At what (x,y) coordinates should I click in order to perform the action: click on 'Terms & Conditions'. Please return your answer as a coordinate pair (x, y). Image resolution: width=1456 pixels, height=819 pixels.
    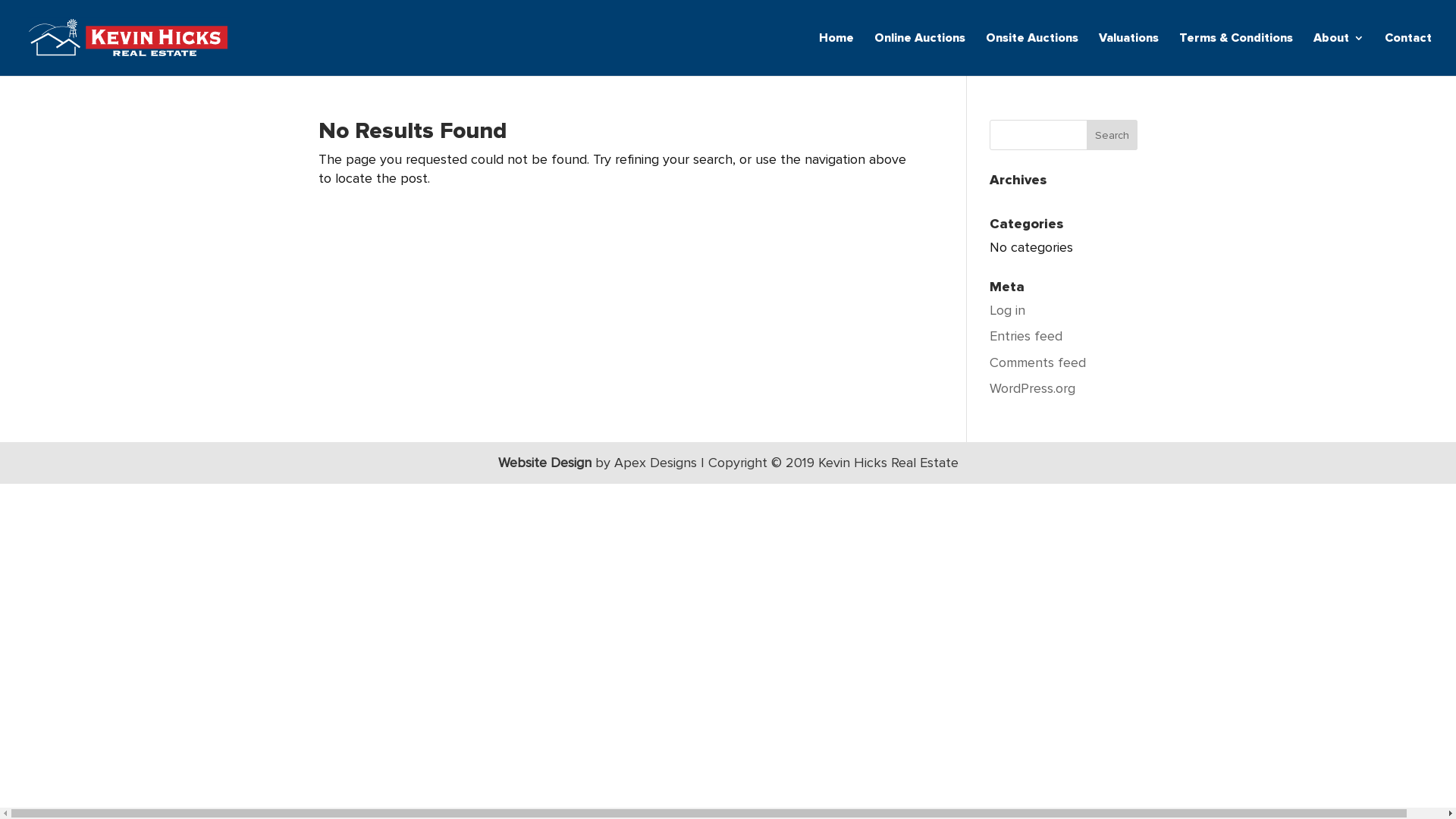
    Looking at the image, I should click on (1236, 53).